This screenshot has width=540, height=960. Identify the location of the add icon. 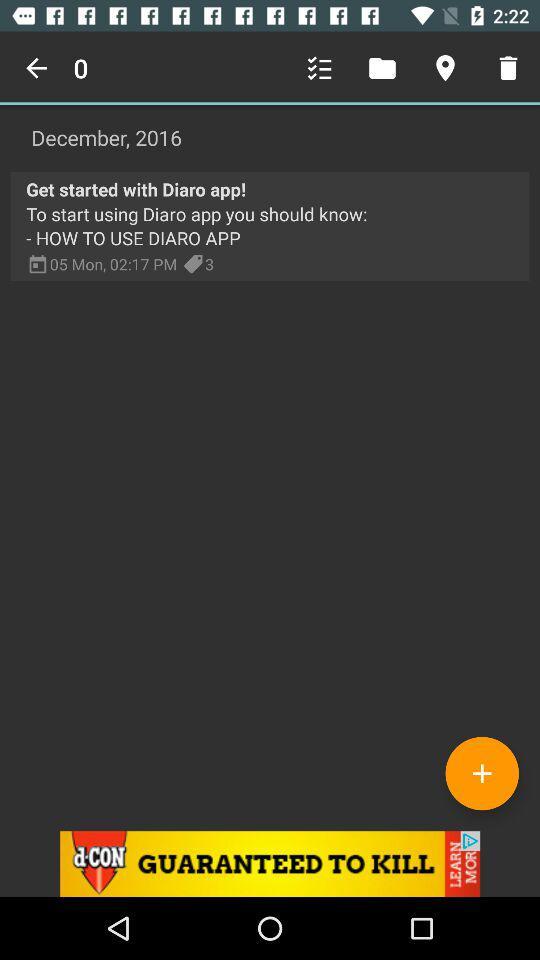
(481, 772).